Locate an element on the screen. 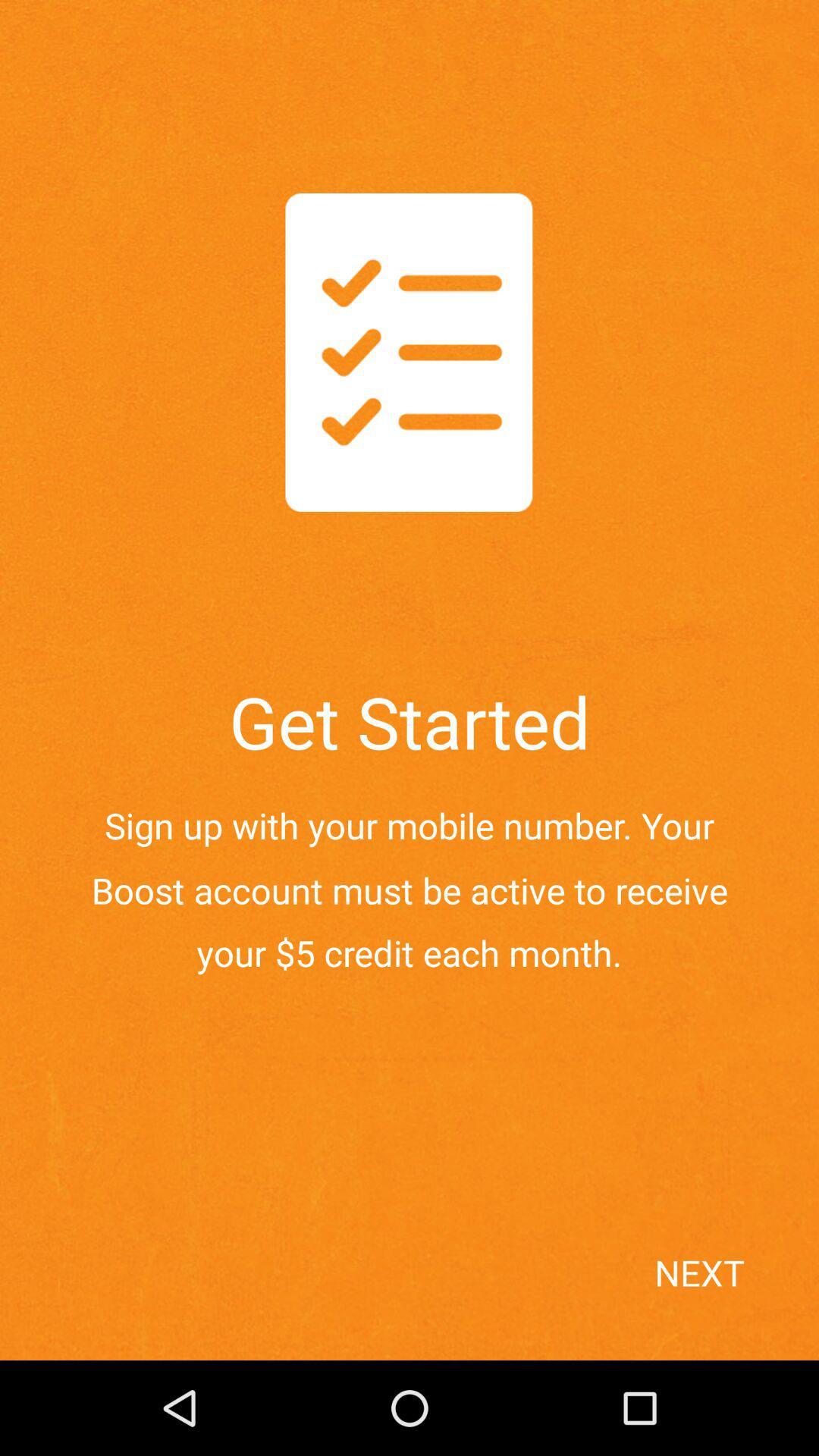 The image size is (819, 1456). button at the bottom right corner is located at coordinates (730, 1299).